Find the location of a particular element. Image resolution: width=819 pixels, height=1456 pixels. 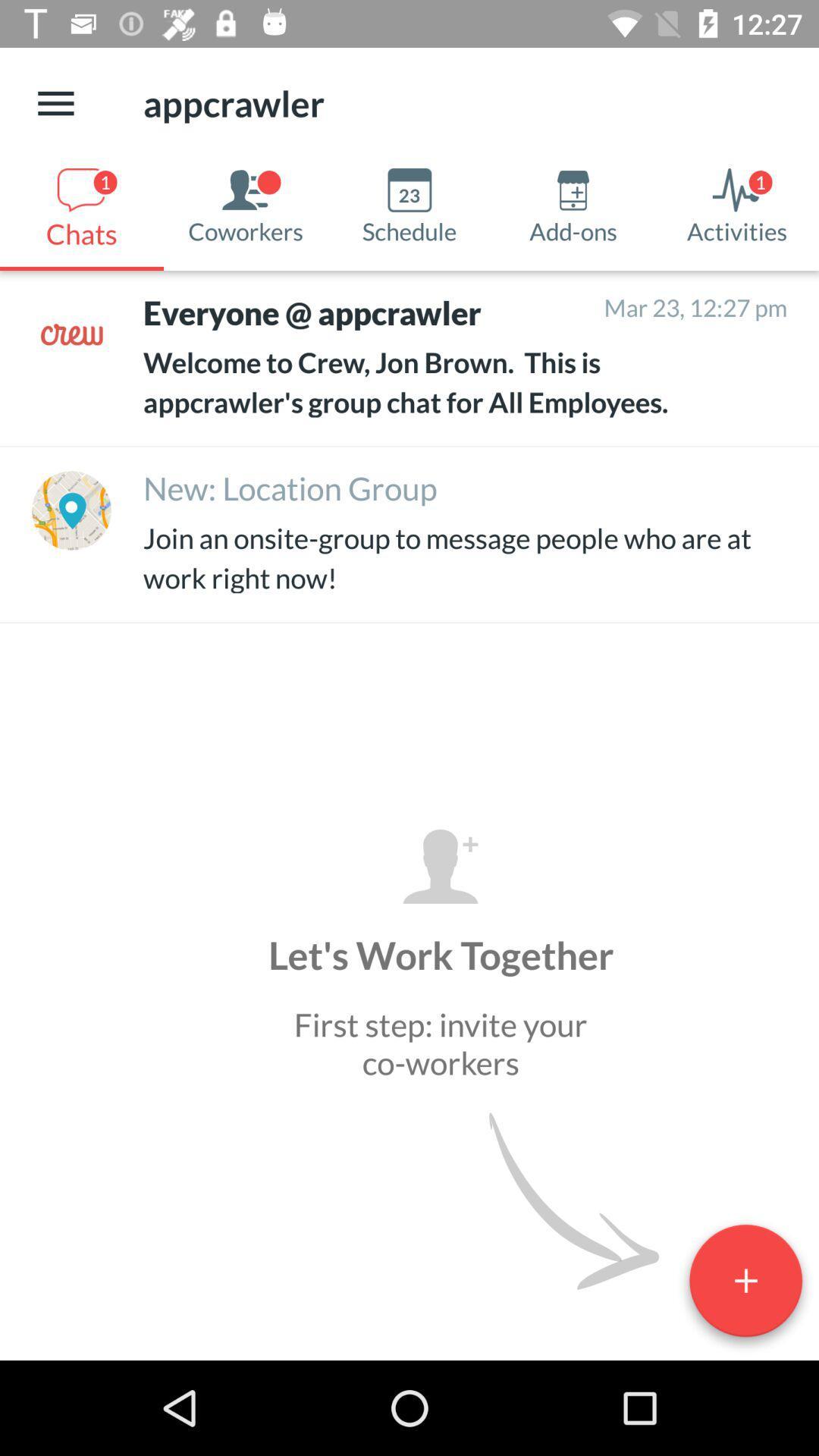

the add icon is located at coordinates (745, 1285).